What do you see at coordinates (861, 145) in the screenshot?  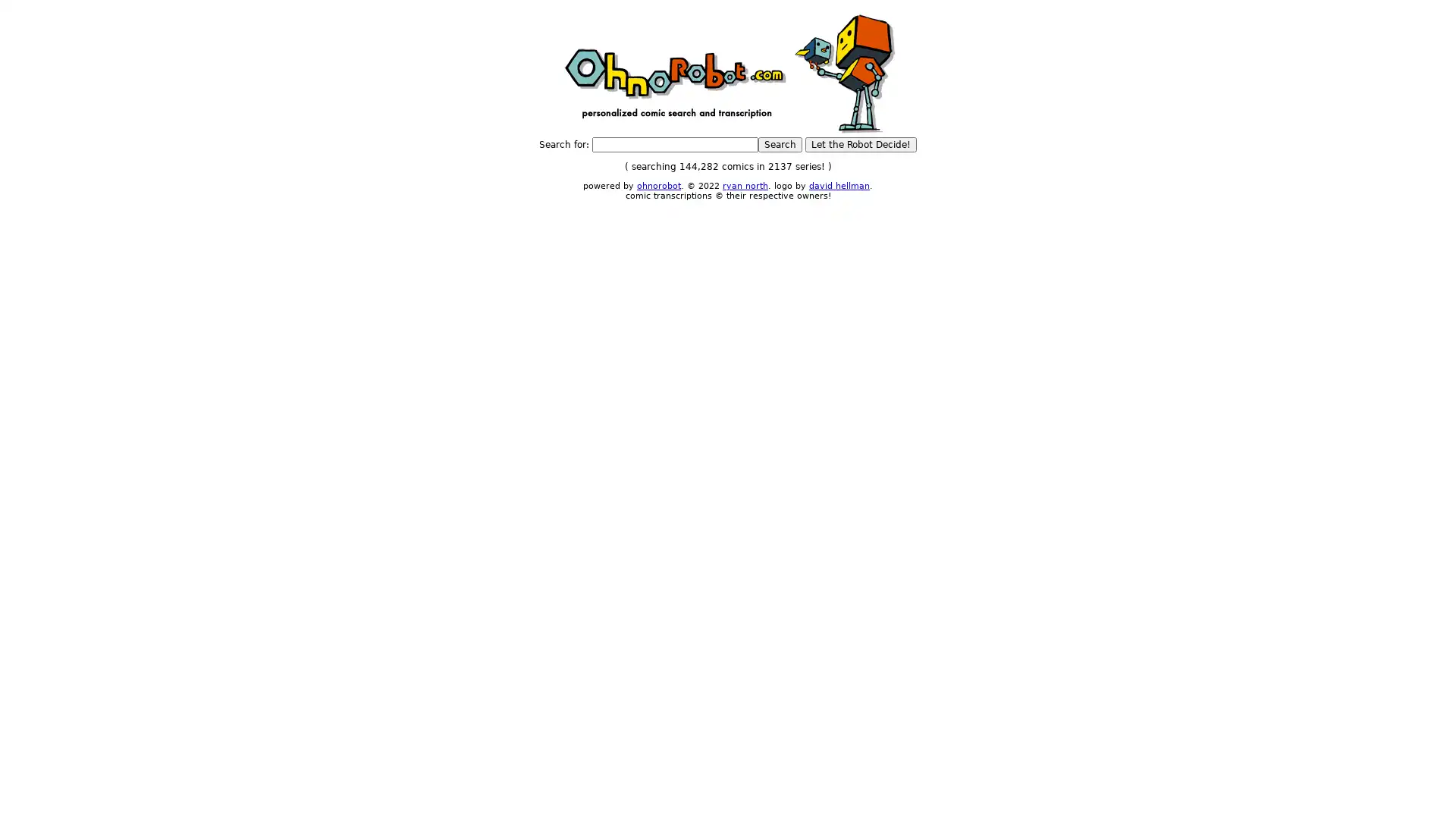 I see `Let the Robot Decide!` at bounding box center [861, 145].